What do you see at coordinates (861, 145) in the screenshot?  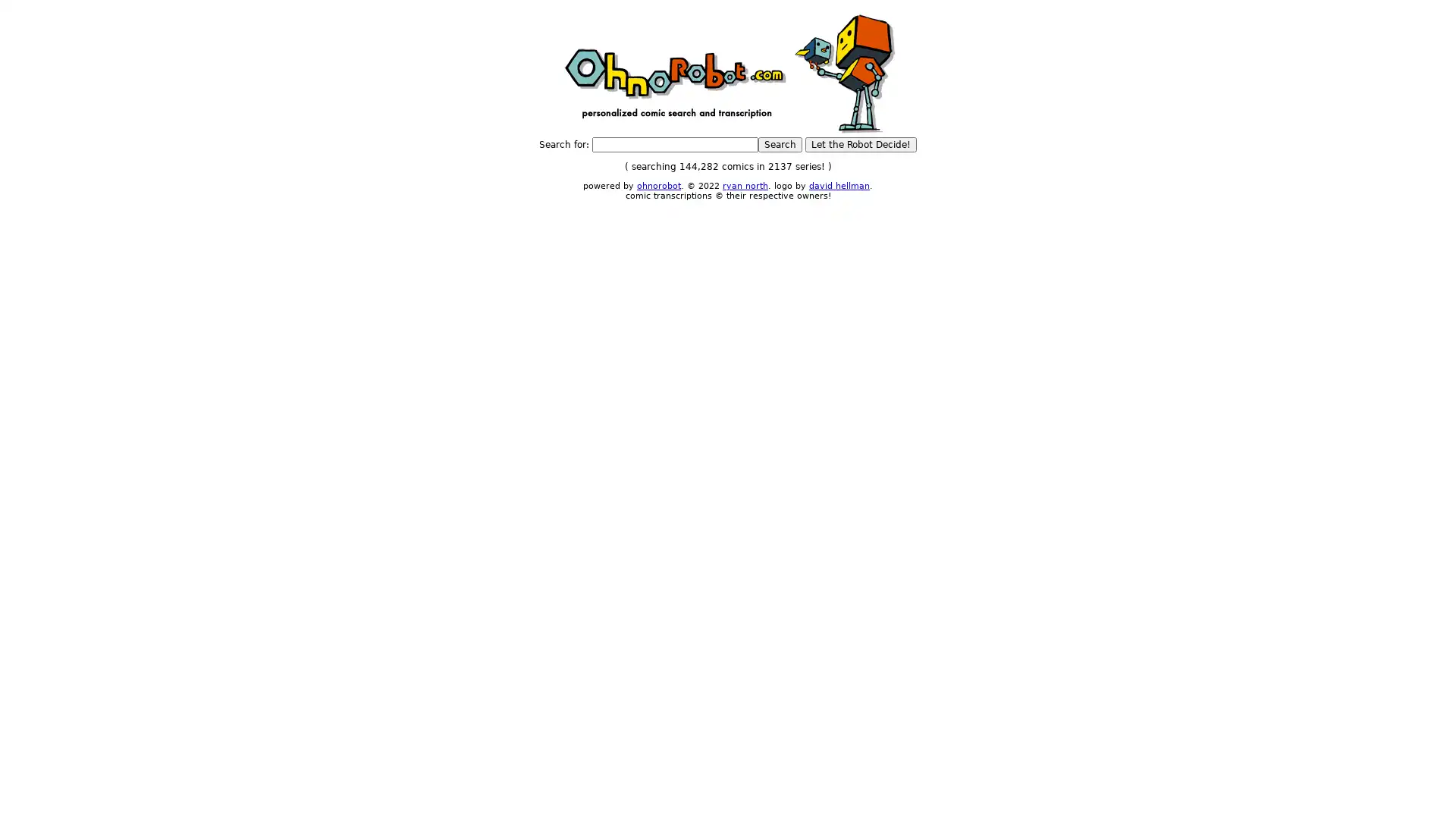 I see `Let the Robot Decide!` at bounding box center [861, 145].